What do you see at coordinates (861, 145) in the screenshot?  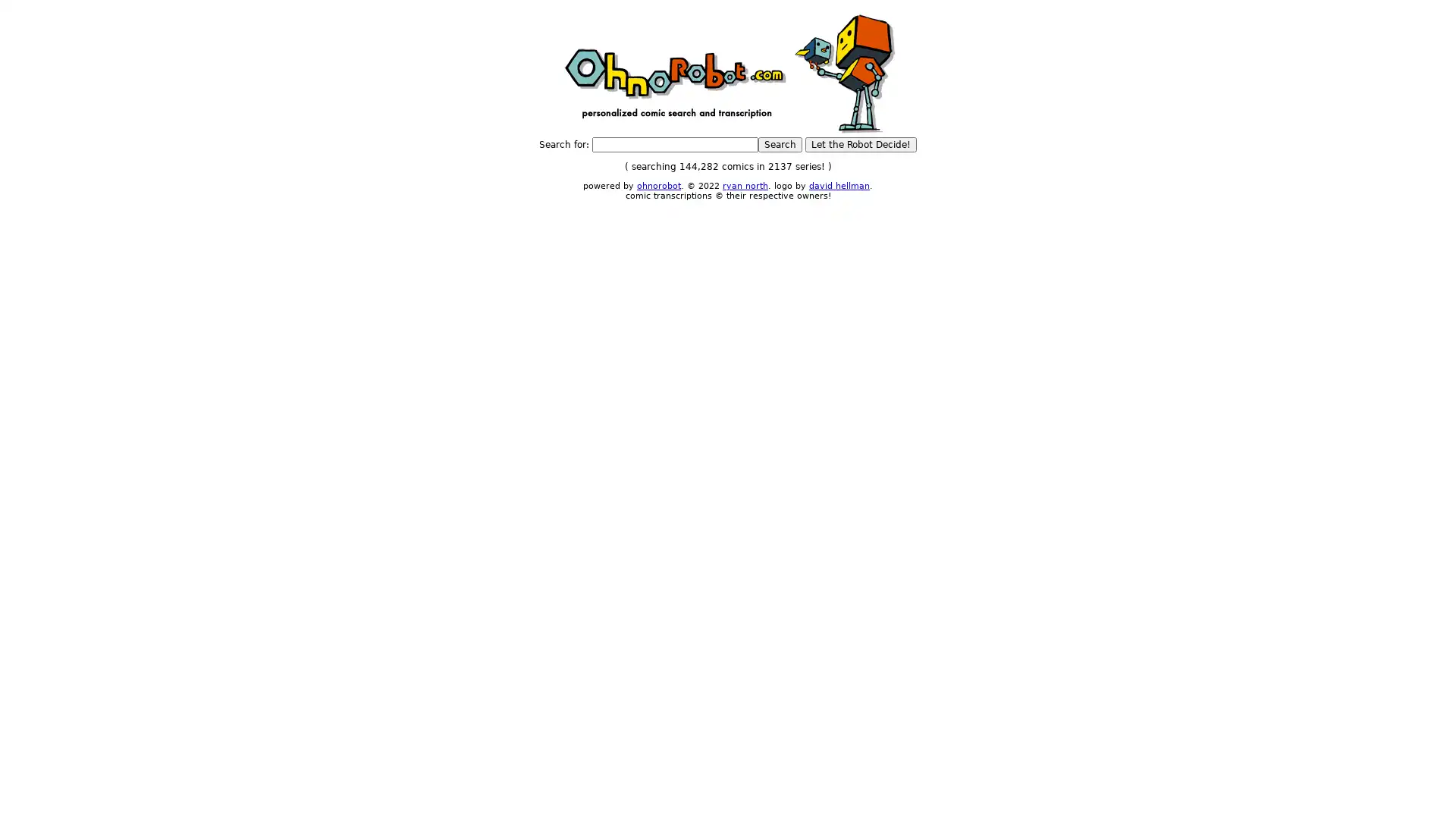 I see `Let the Robot Decide!` at bounding box center [861, 145].